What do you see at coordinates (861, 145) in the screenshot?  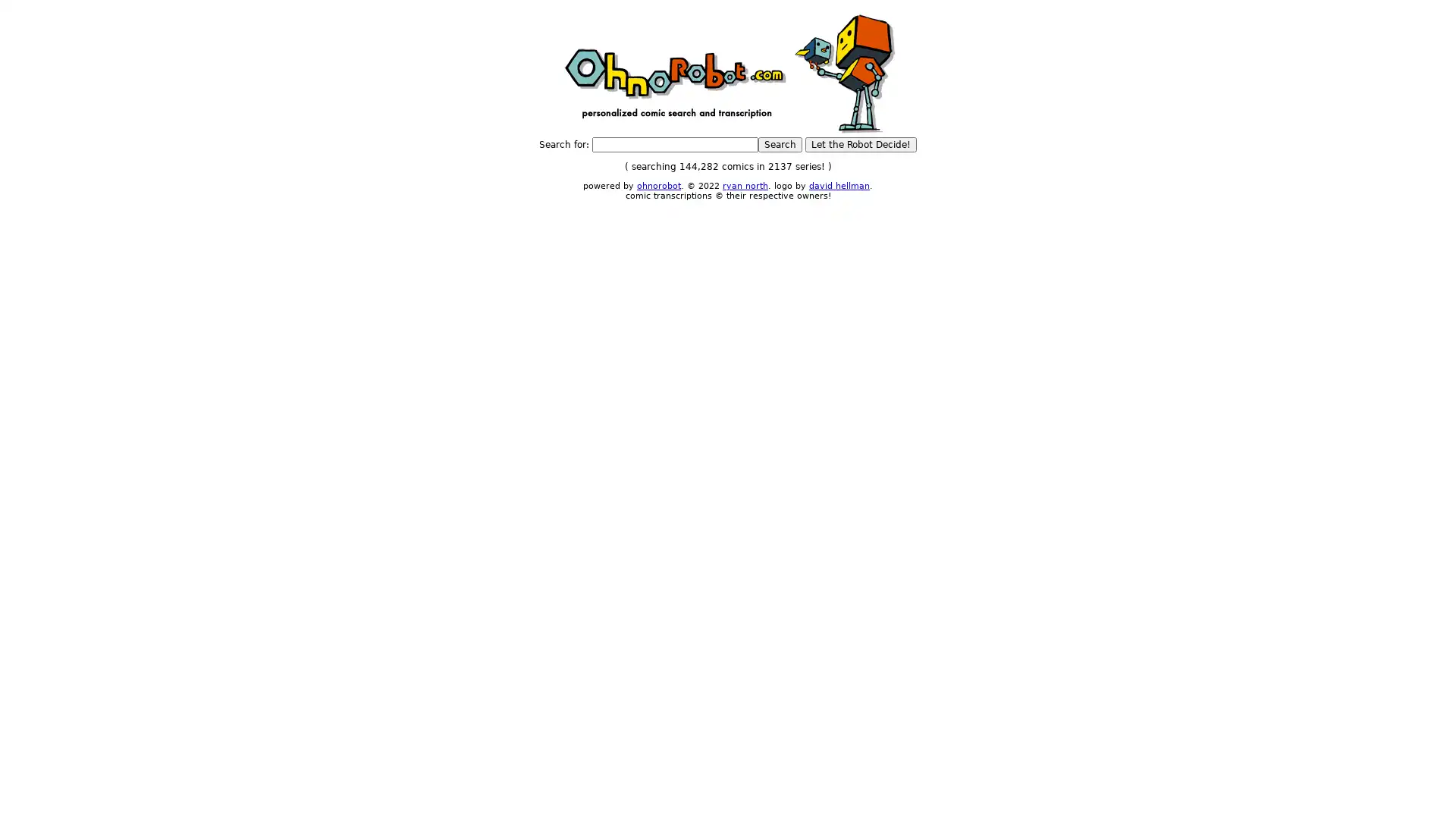 I see `Let the Robot Decide!` at bounding box center [861, 145].